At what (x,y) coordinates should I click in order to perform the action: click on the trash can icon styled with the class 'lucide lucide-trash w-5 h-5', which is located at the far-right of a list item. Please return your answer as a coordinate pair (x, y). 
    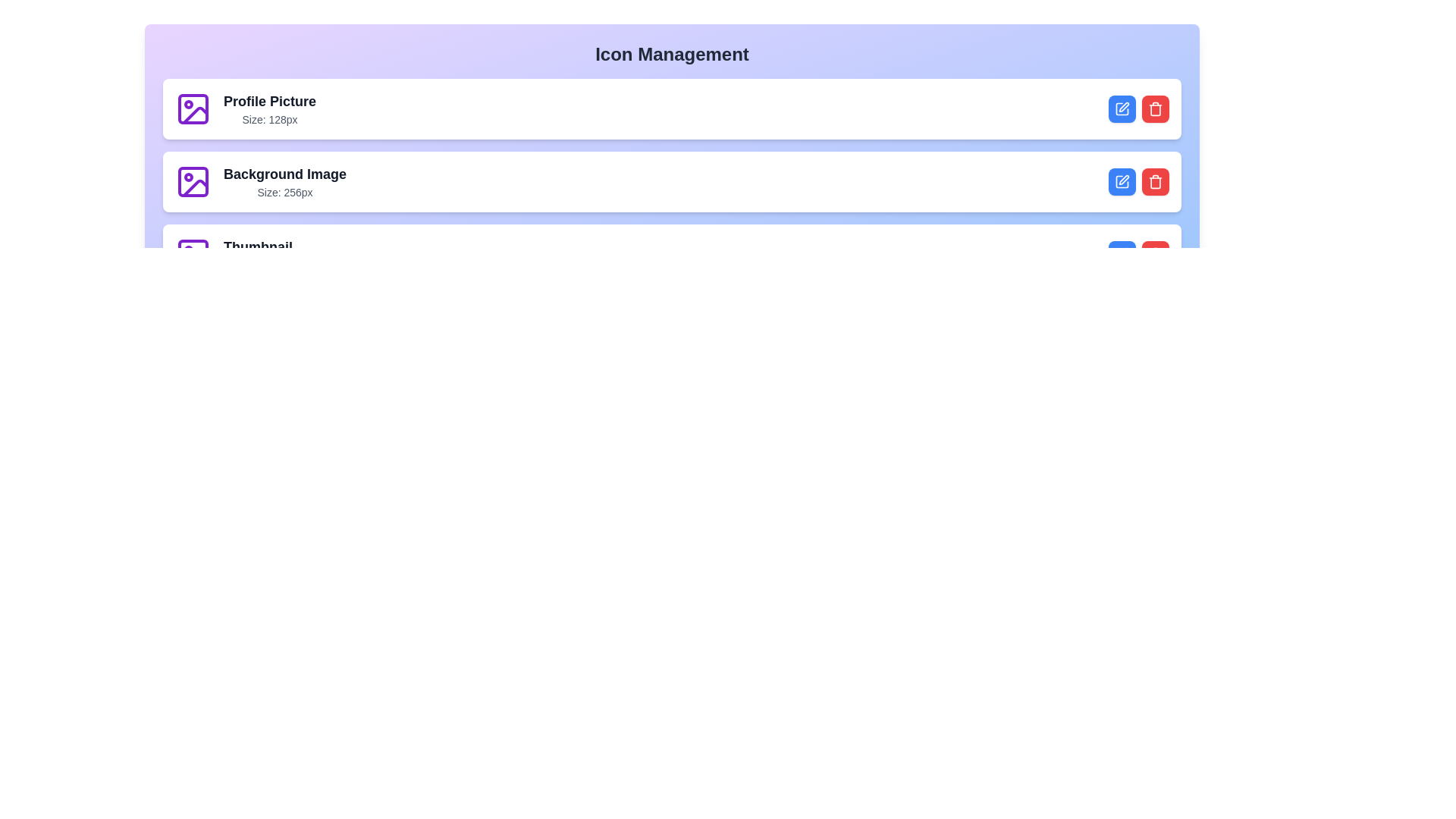
    Looking at the image, I should click on (1154, 180).